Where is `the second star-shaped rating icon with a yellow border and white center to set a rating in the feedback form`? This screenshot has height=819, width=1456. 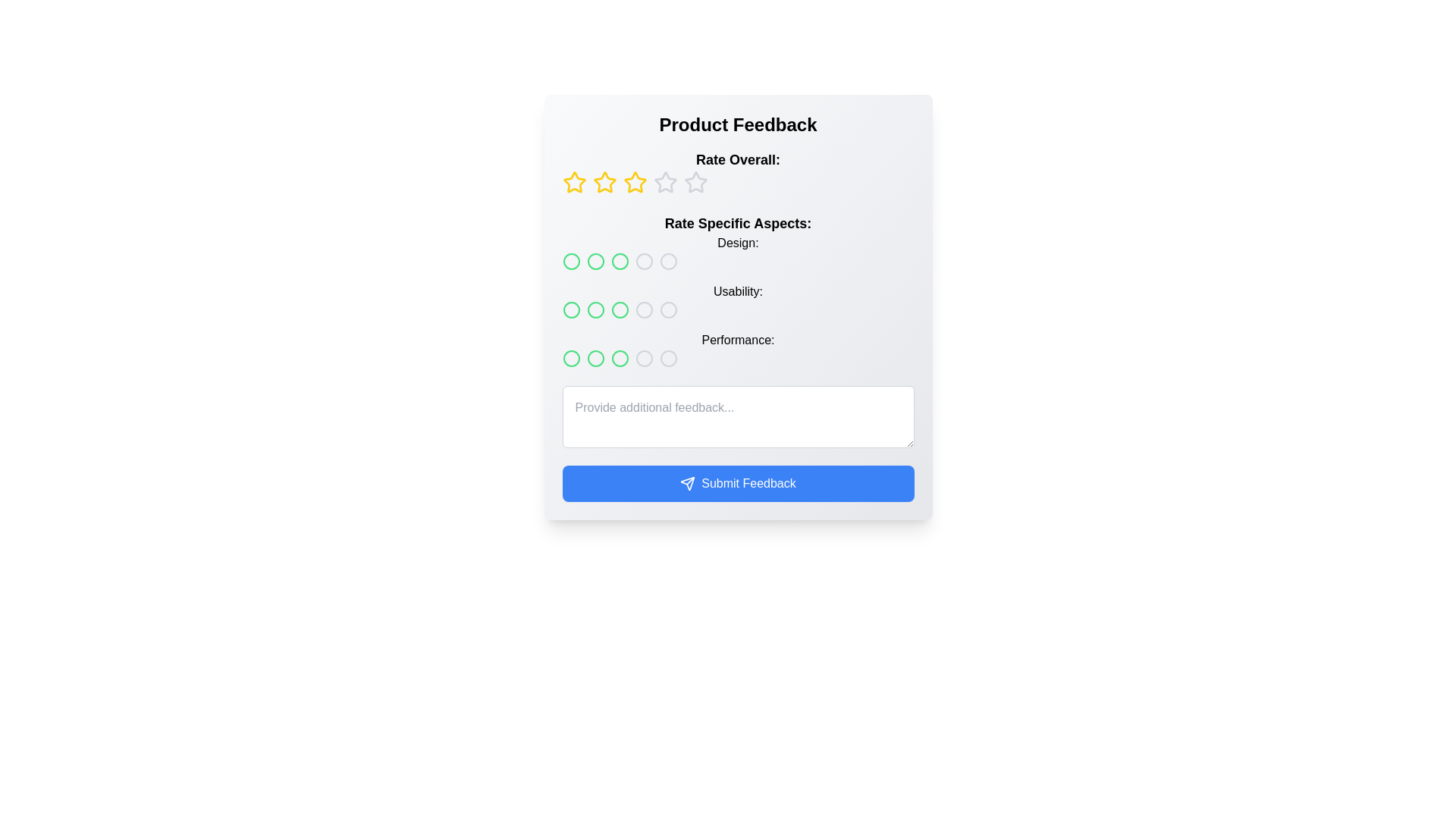
the second star-shaped rating icon with a yellow border and white center to set a rating in the feedback form is located at coordinates (604, 181).